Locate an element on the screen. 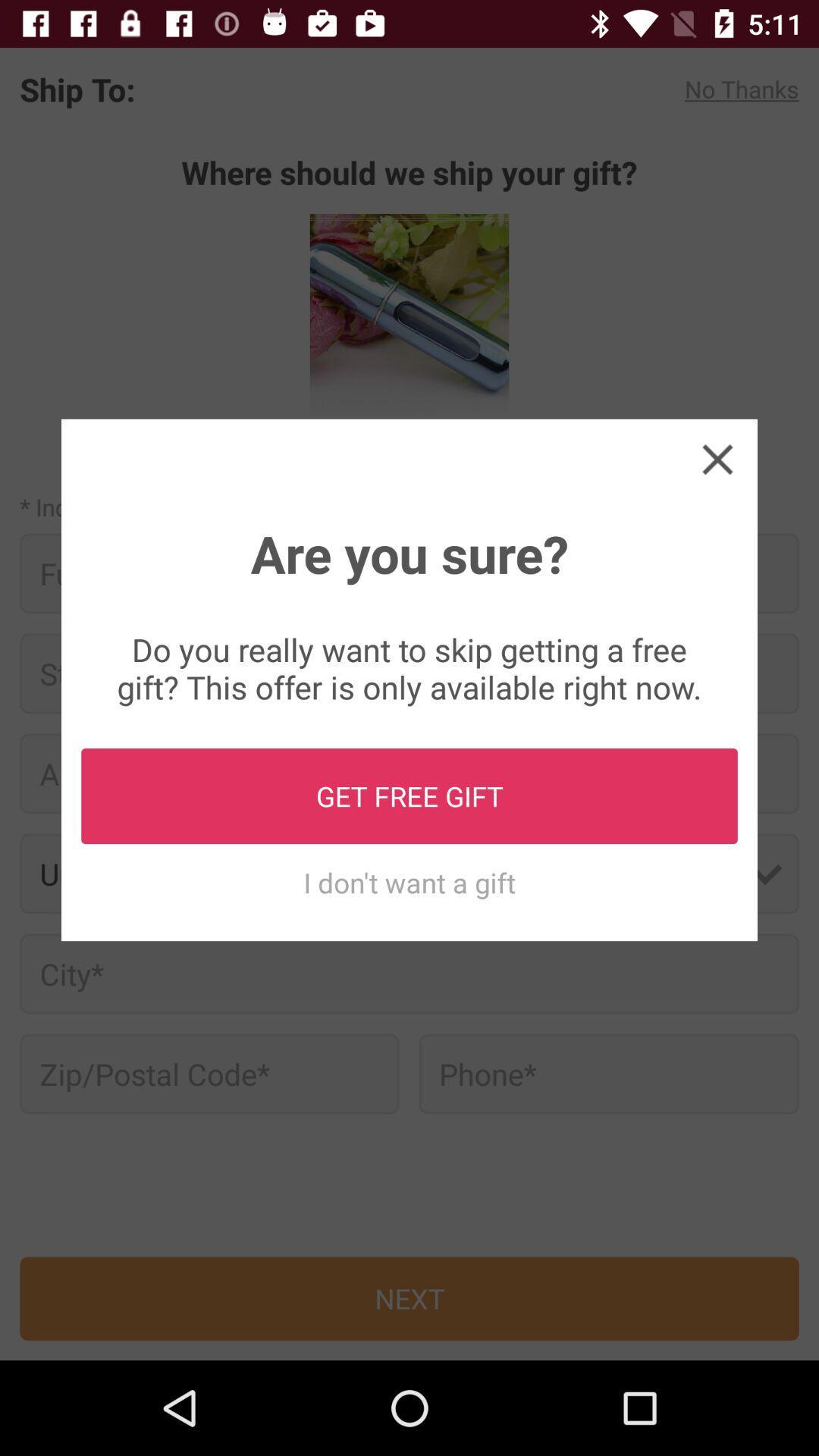 The height and width of the screenshot is (1456, 819). dialog box is located at coordinates (717, 458).